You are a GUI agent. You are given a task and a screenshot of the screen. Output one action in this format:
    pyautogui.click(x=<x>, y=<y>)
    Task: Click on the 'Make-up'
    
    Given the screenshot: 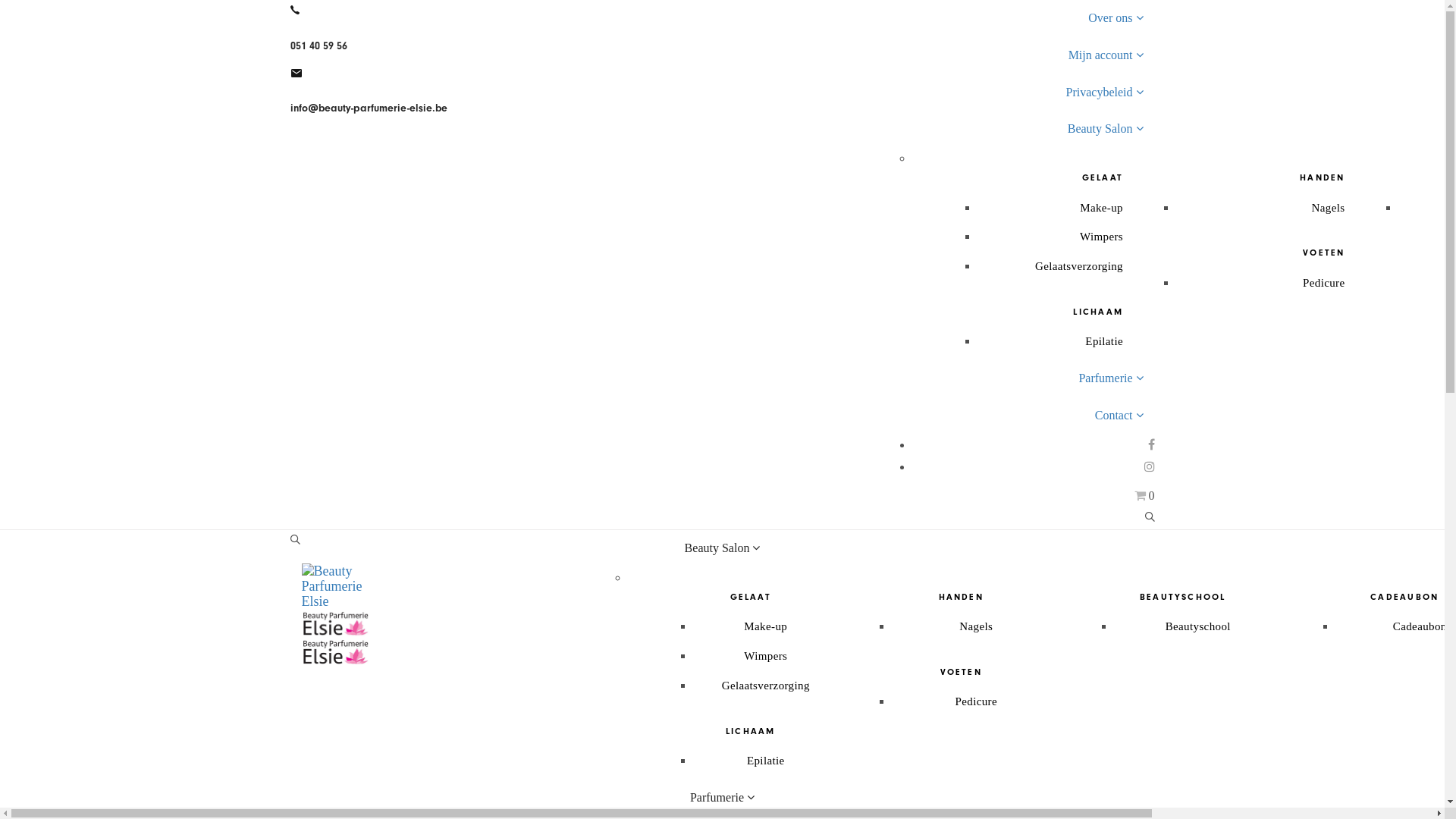 What is the action you would take?
    pyautogui.click(x=765, y=626)
    